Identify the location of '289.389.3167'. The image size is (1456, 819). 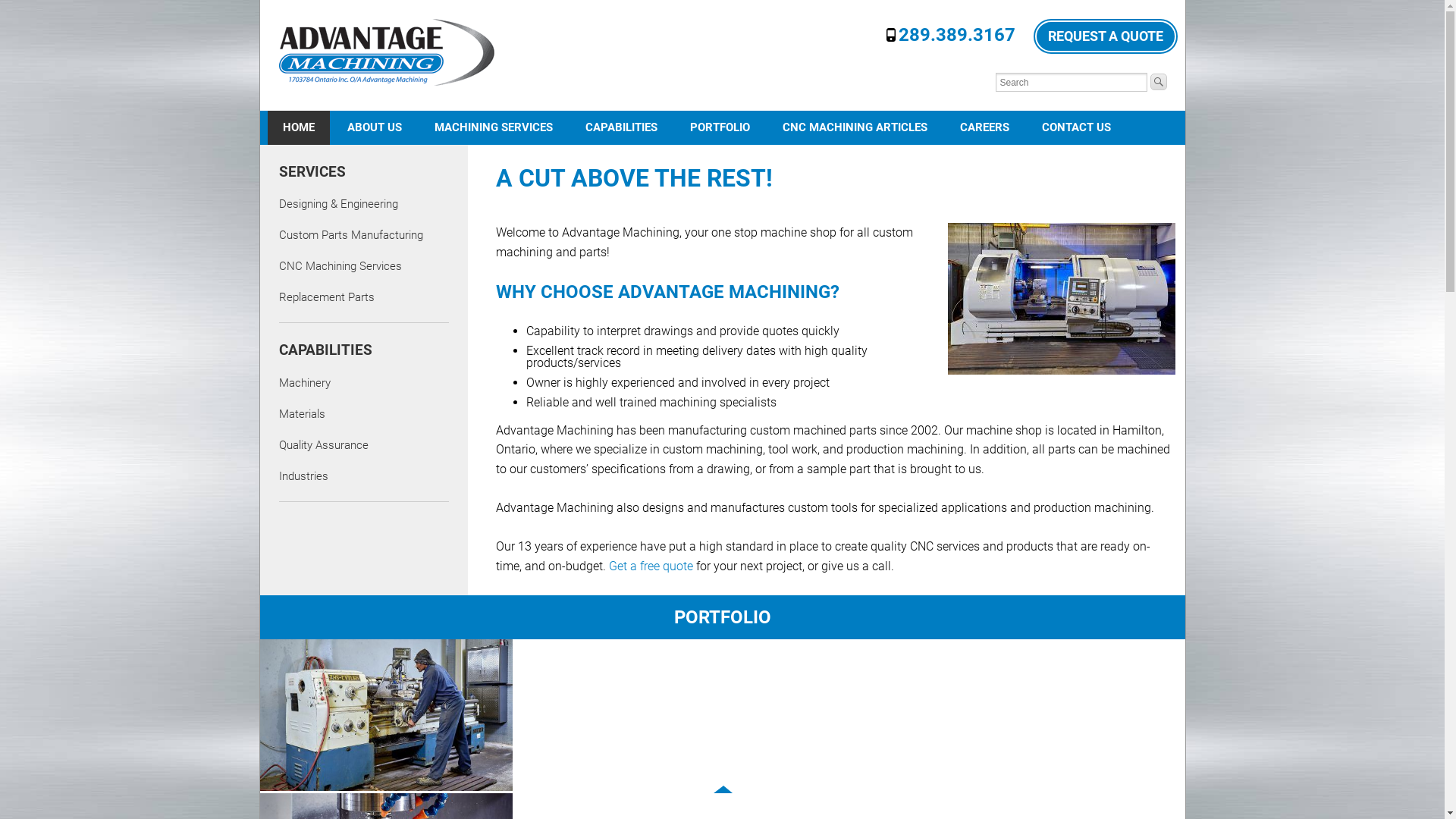
(898, 34).